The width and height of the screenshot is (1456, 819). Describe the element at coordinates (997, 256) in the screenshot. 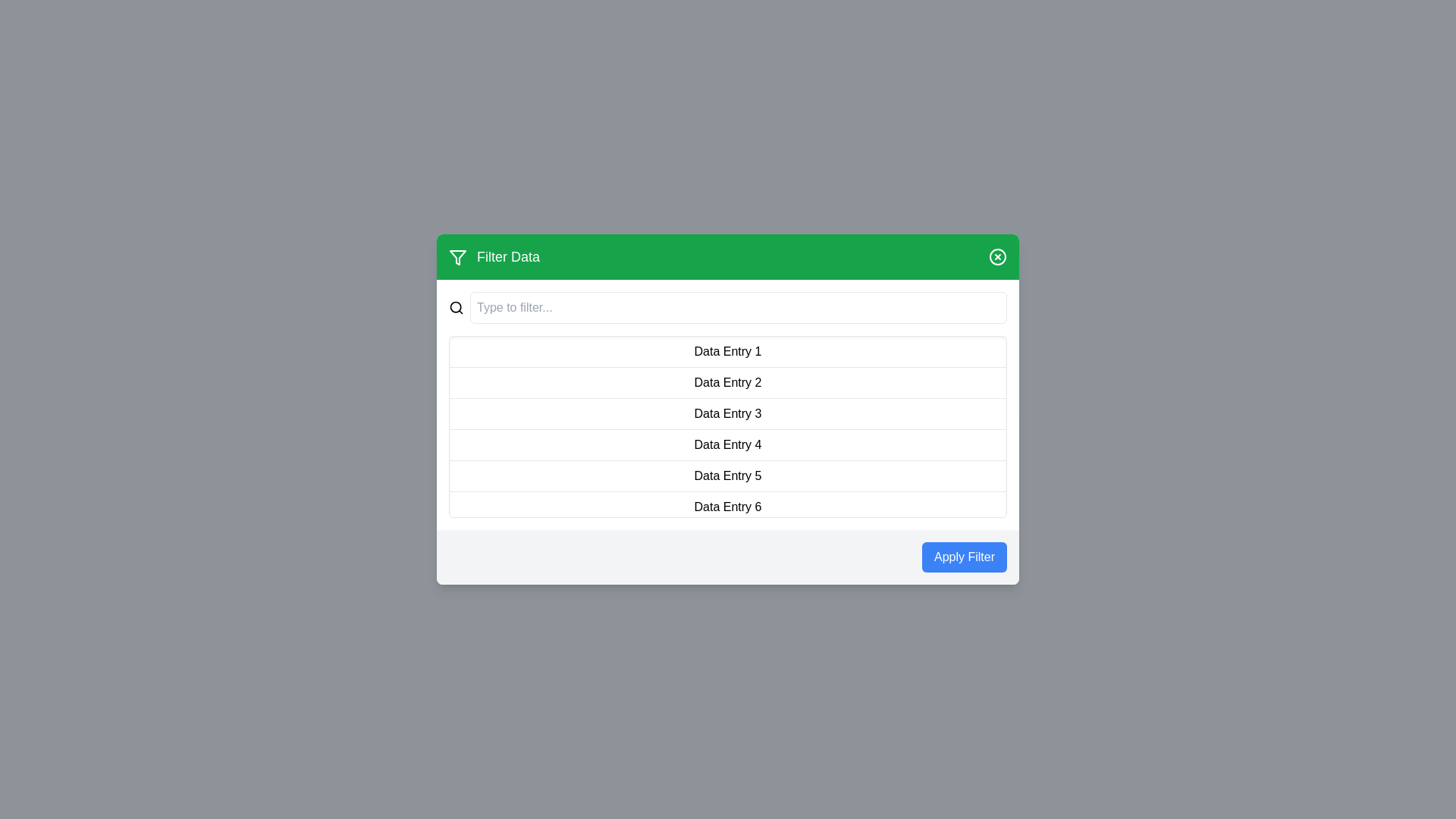

I see `close button to dismiss the dialog` at that location.